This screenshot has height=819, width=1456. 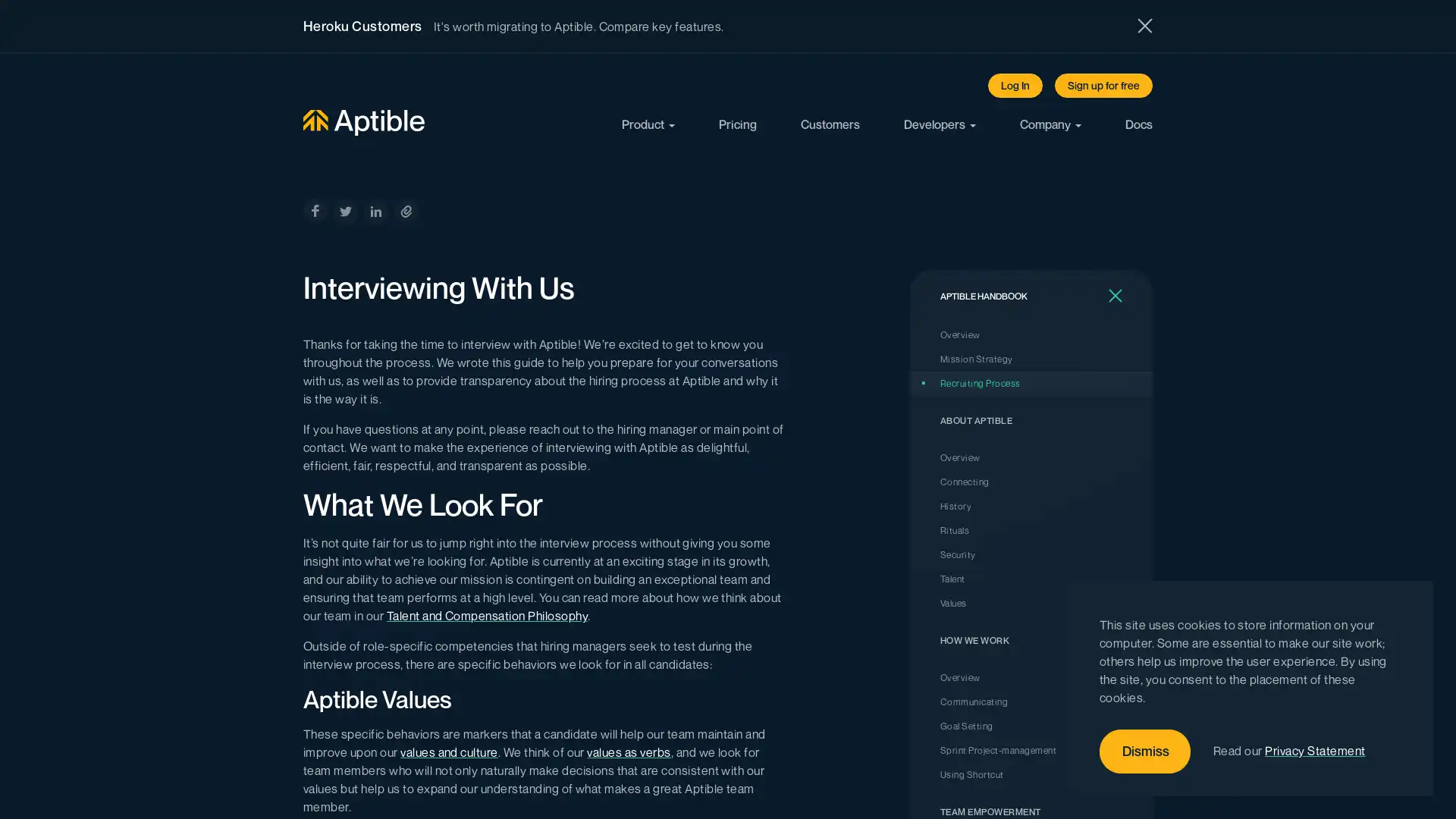 I want to click on Sign up for free, so click(x=1103, y=85).